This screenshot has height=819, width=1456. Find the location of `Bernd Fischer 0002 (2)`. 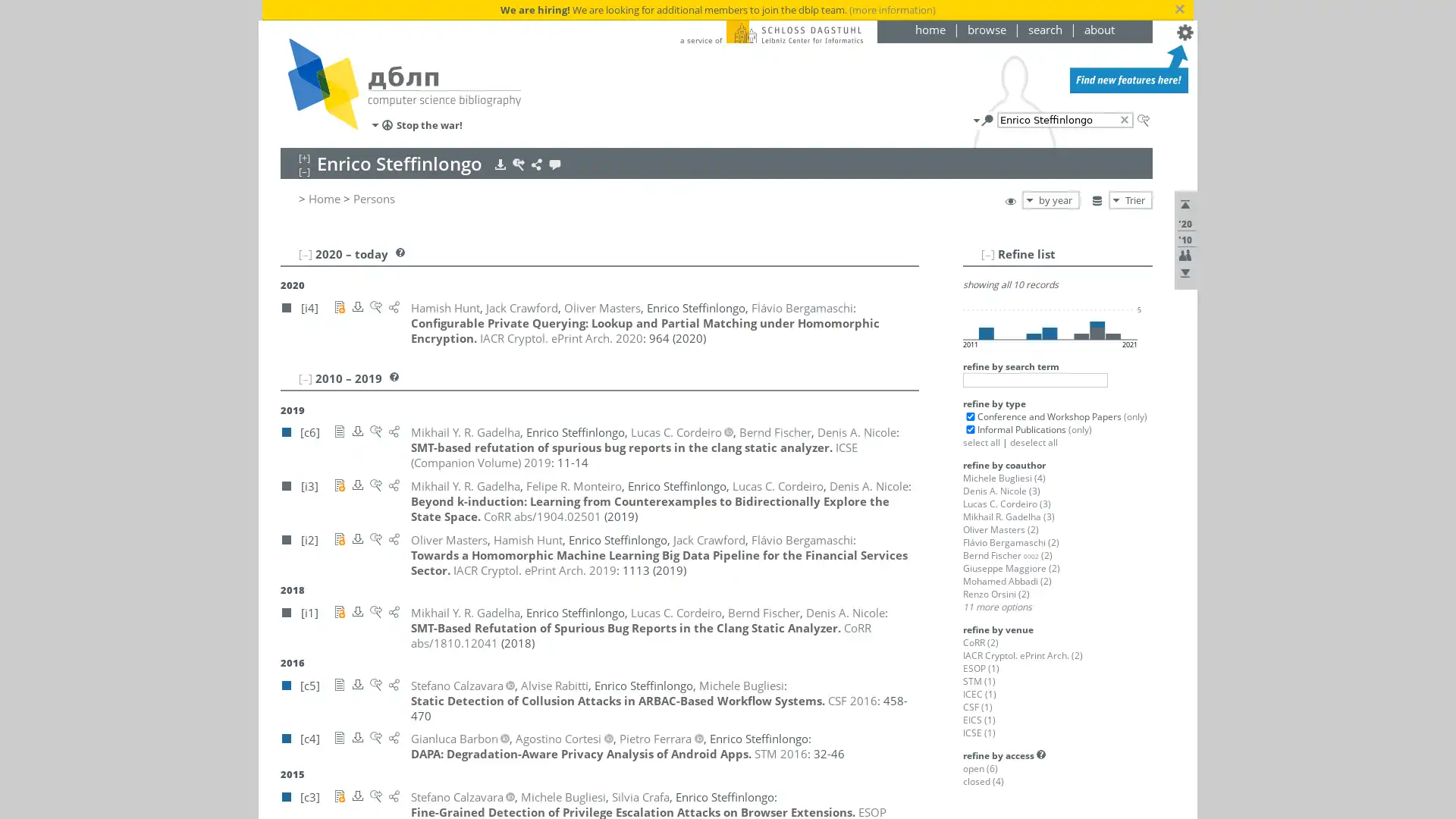

Bernd Fischer 0002 (2) is located at coordinates (1008, 555).